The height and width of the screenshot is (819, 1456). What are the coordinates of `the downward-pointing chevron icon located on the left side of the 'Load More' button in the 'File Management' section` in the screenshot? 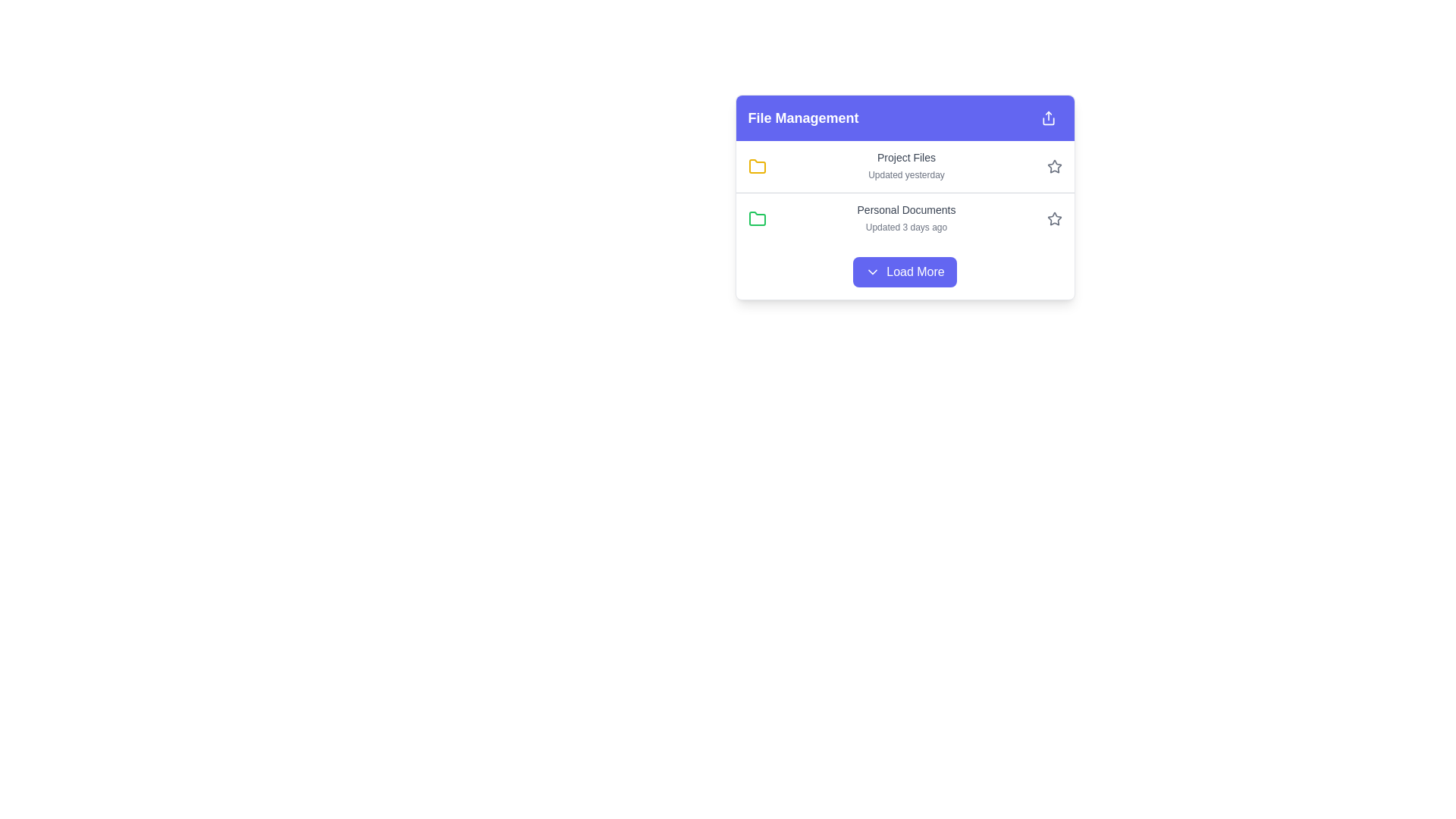 It's located at (873, 271).